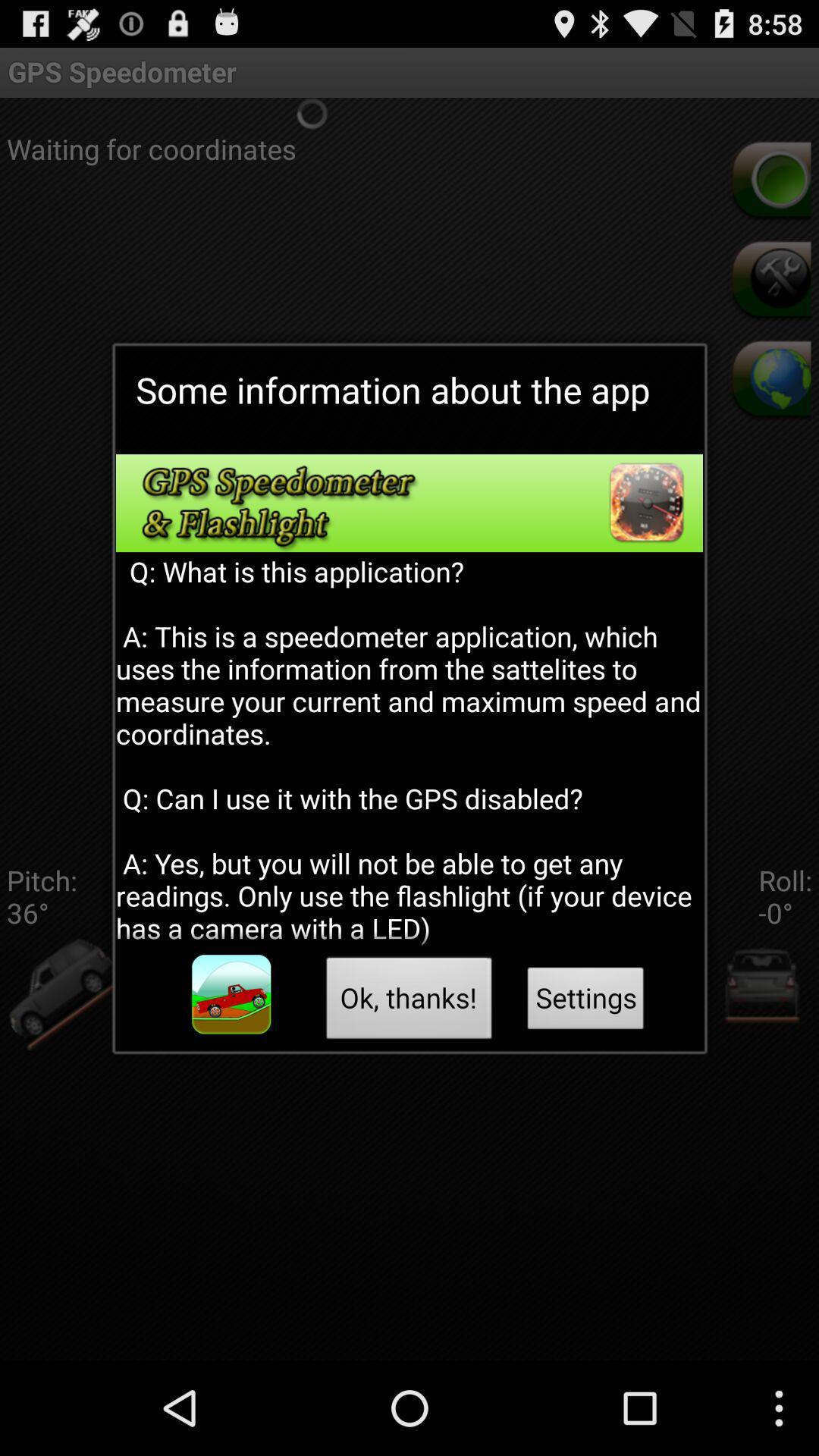 The height and width of the screenshot is (1456, 819). Describe the element at coordinates (231, 994) in the screenshot. I see `game app icon for information` at that location.